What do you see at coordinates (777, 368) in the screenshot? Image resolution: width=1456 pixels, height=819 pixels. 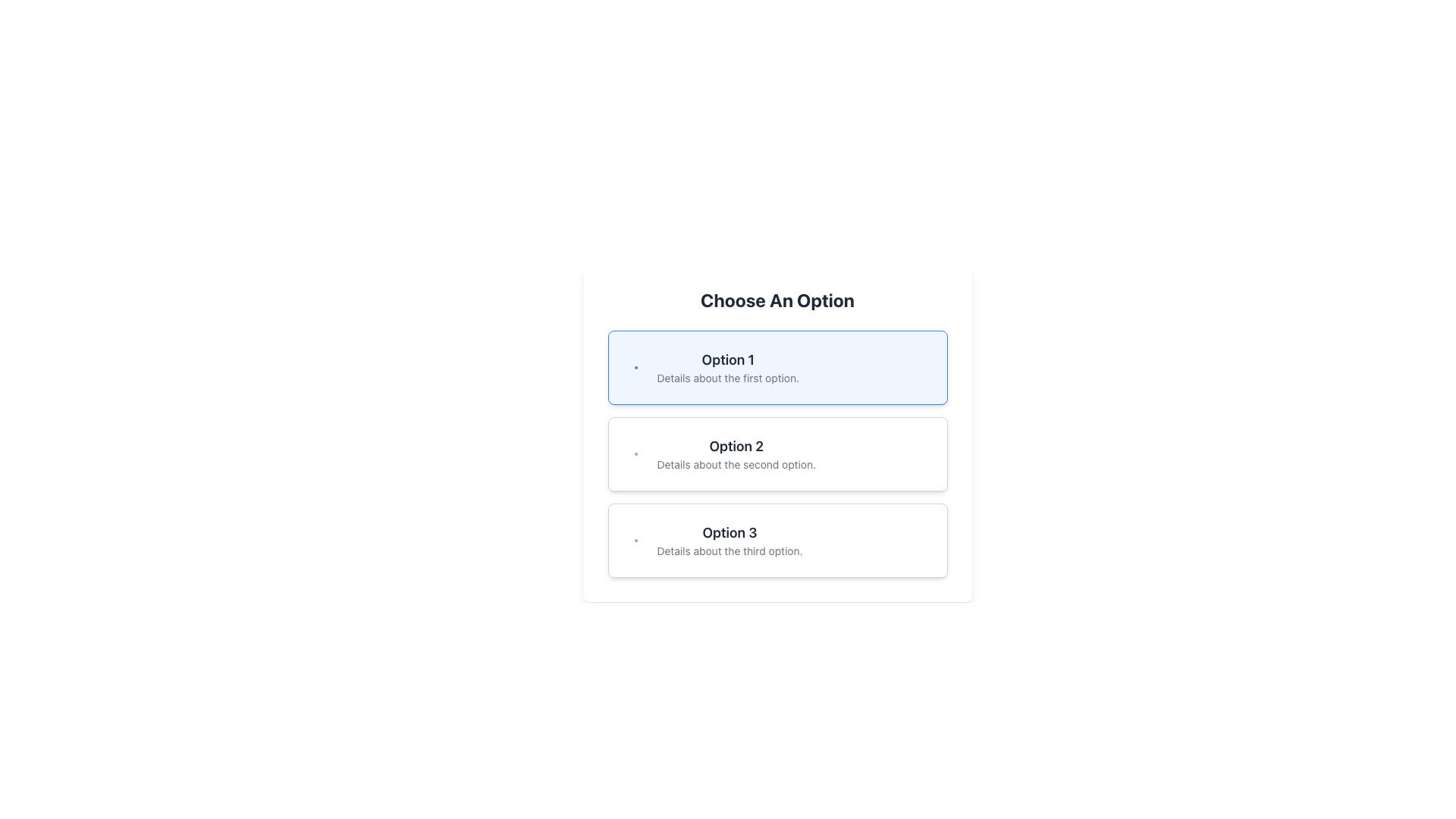 I see `the first selectable option button for 'Option 1'` at bounding box center [777, 368].